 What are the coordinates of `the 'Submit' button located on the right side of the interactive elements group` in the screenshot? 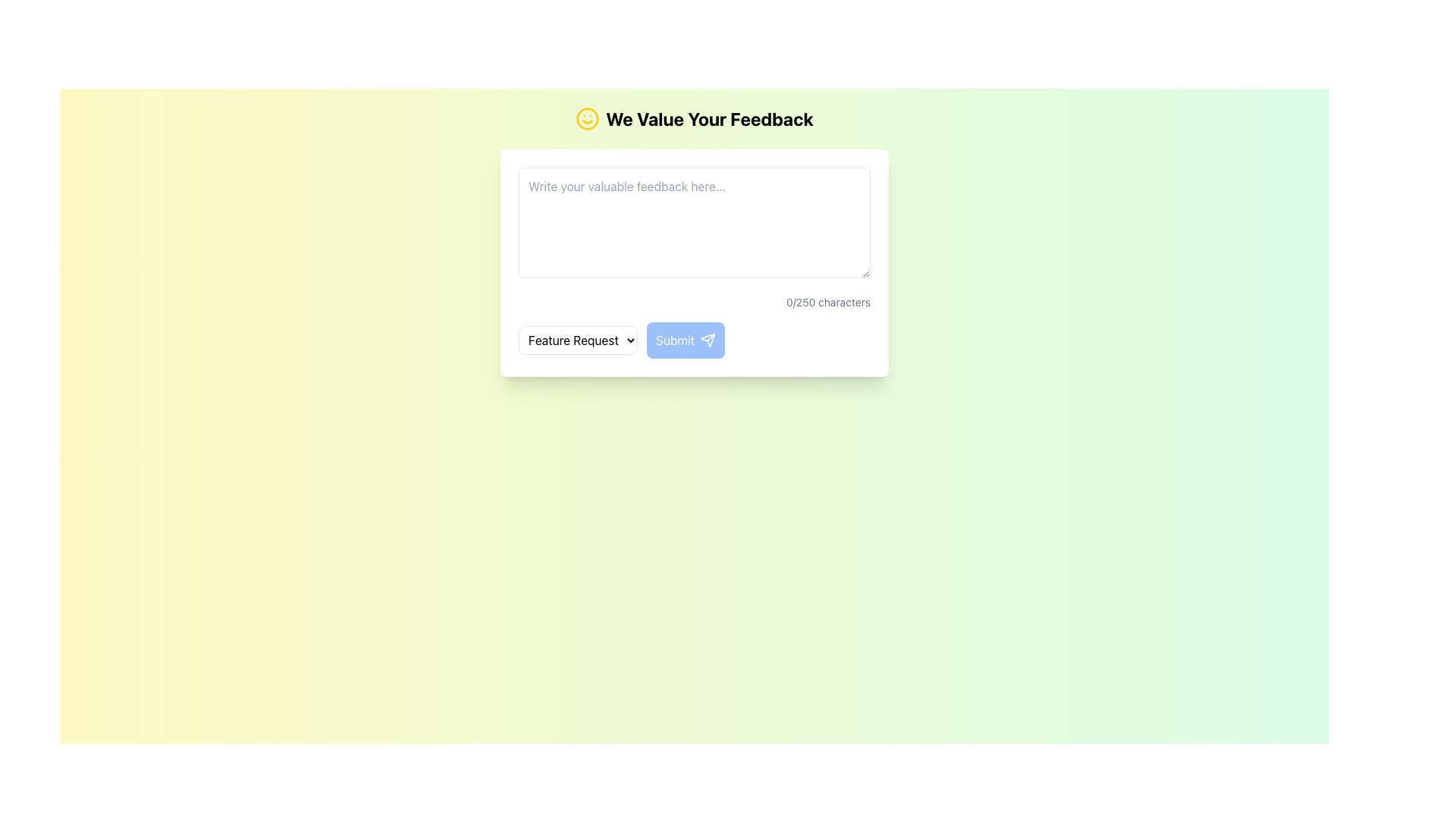 It's located at (685, 339).